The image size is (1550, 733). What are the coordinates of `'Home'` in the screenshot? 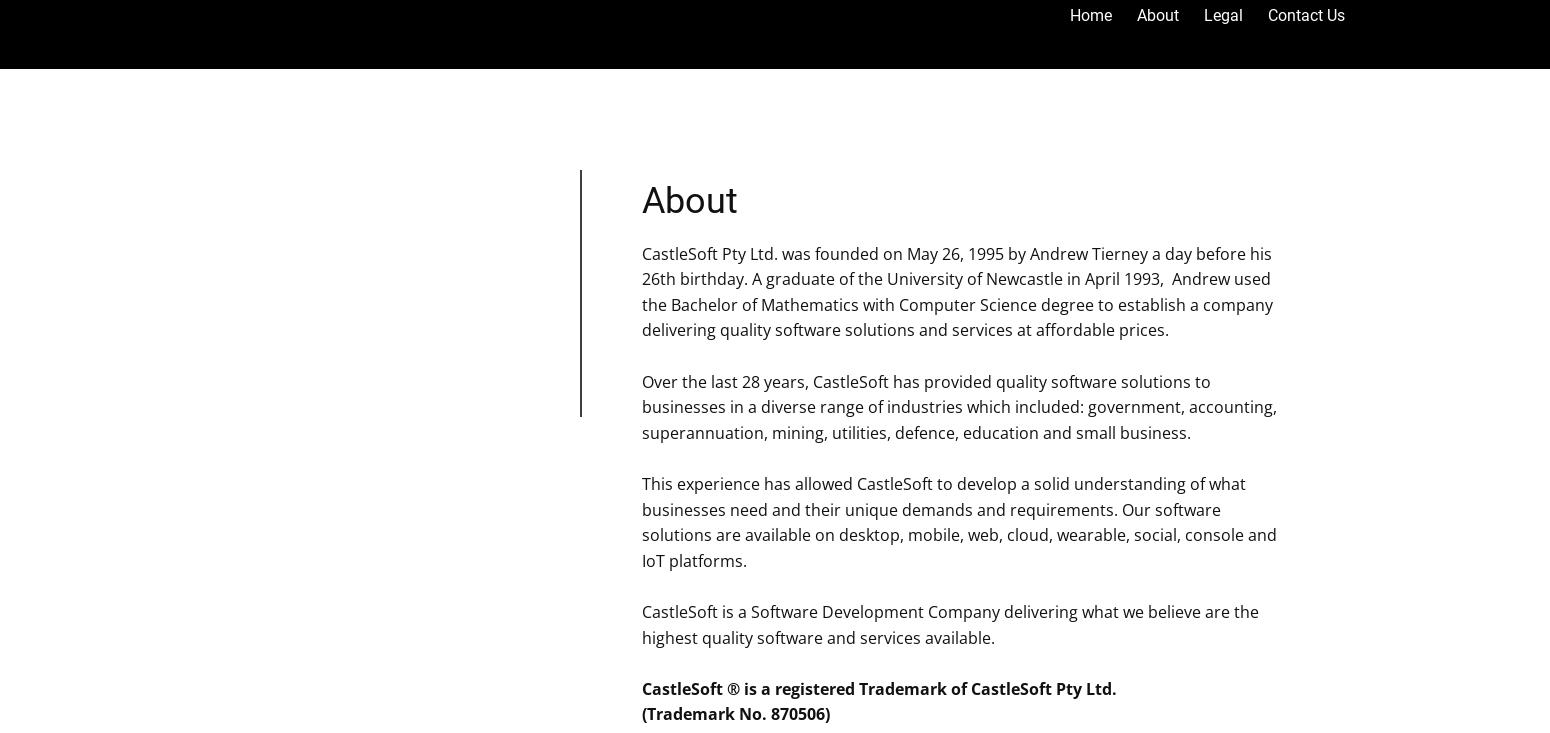 It's located at (1090, 14).